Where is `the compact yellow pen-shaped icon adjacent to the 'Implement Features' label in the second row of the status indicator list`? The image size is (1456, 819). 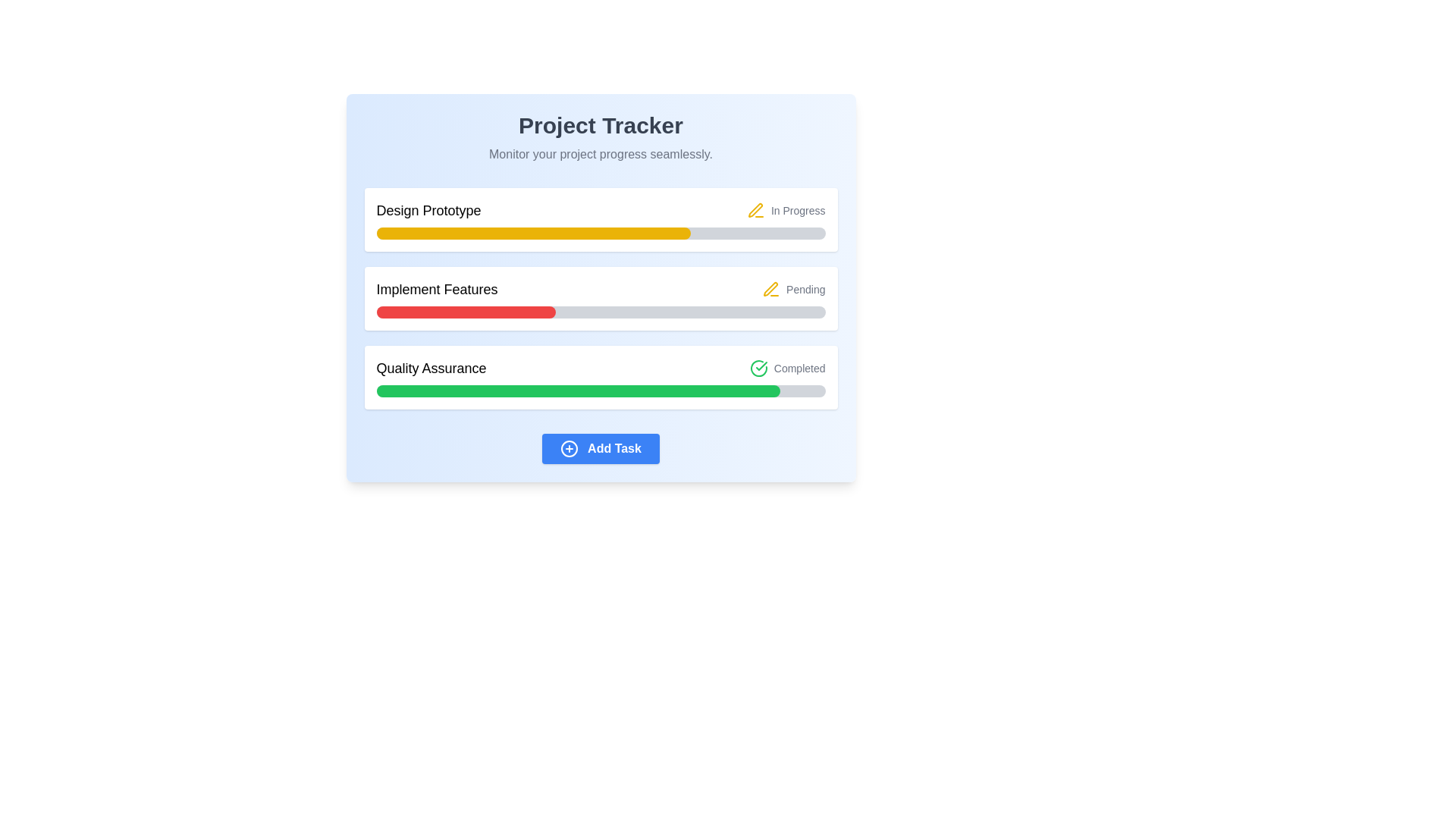
the compact yellow pen-shaped icon adjacent to the 'Implement Features' label in the second row of the status indicator list is located at coordinates (771, 289).